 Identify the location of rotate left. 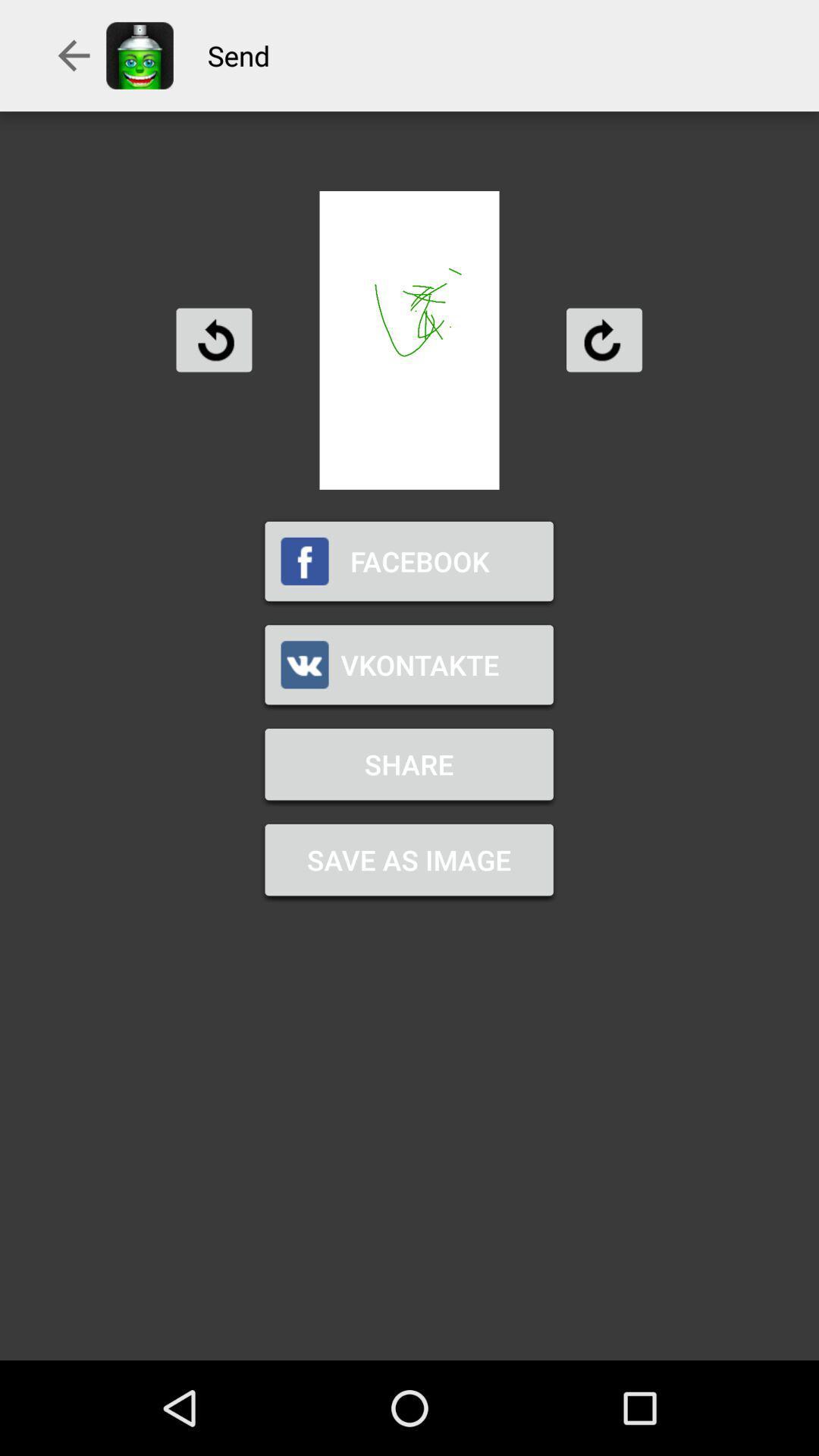
(214, 339).